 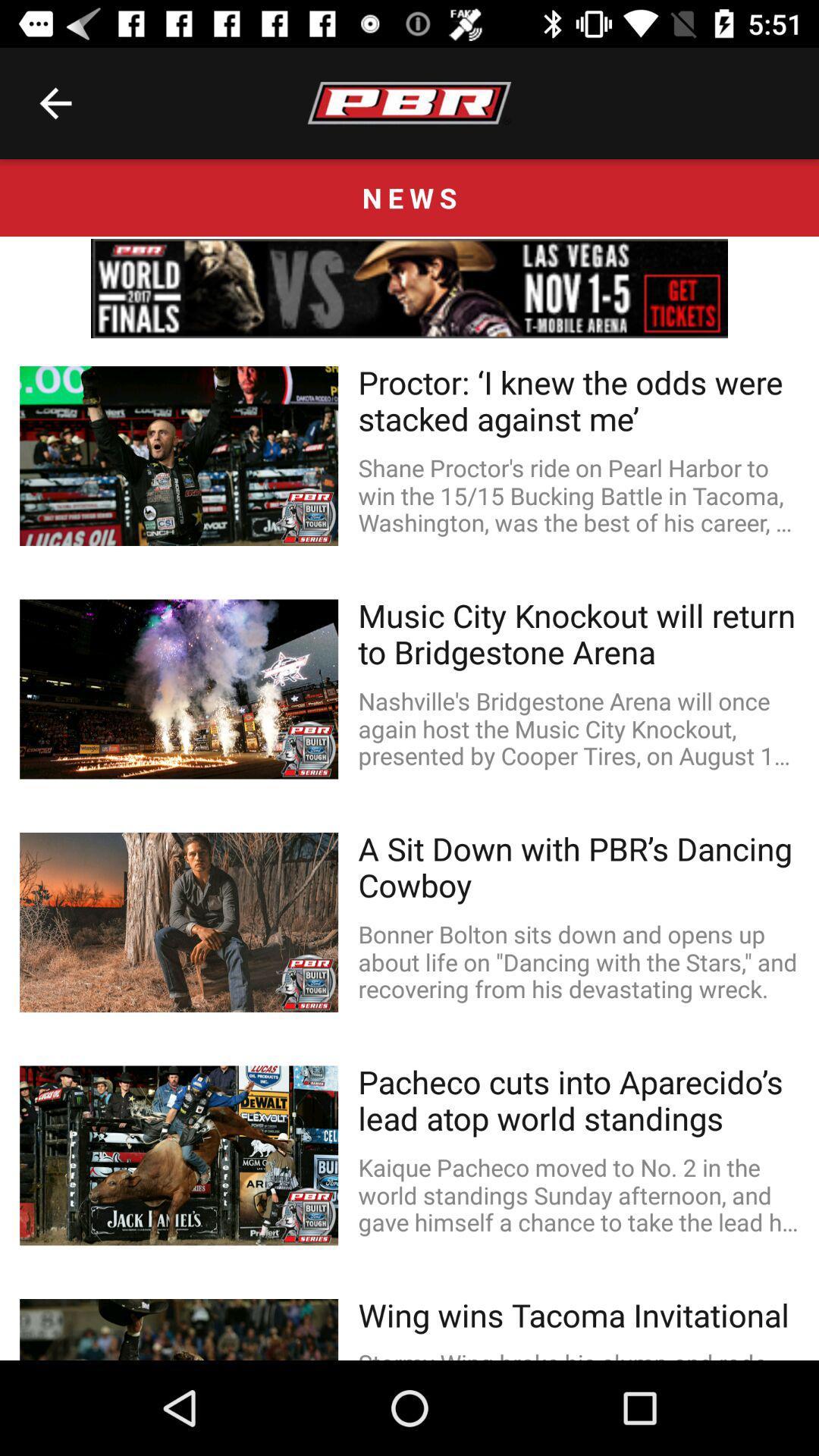 What do you see at coordinates (409, 288) in the screenshot?
I see `linked page` at bounding box center [409, 288].